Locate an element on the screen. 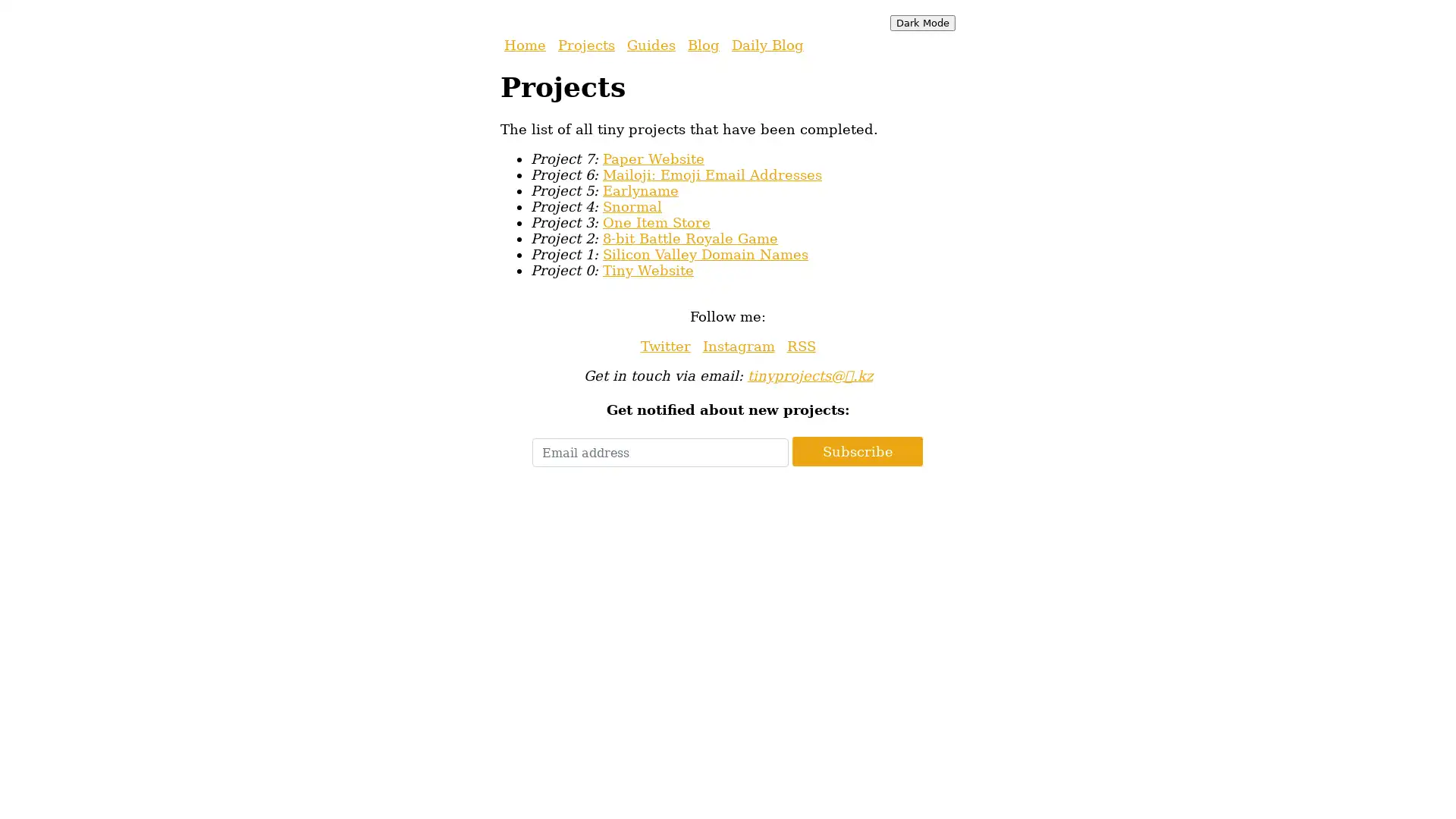 The width and height of the screenshot is (1456, 819). Dark Mode is located at coordinates (922, 23).